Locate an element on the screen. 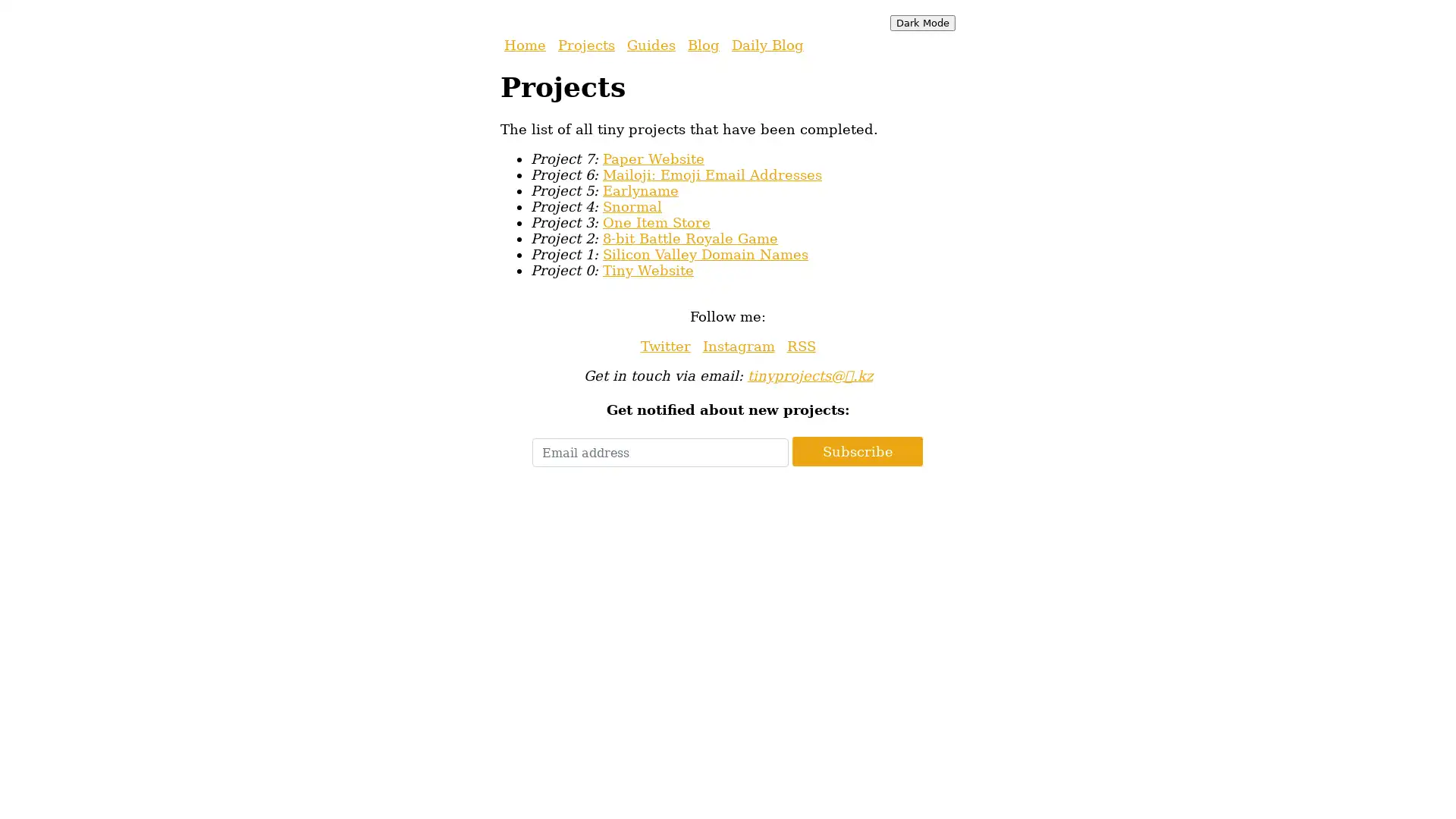 The width and height of the screenshot is (1456, 819). Dark Mode is located at coordinates (922, 23).